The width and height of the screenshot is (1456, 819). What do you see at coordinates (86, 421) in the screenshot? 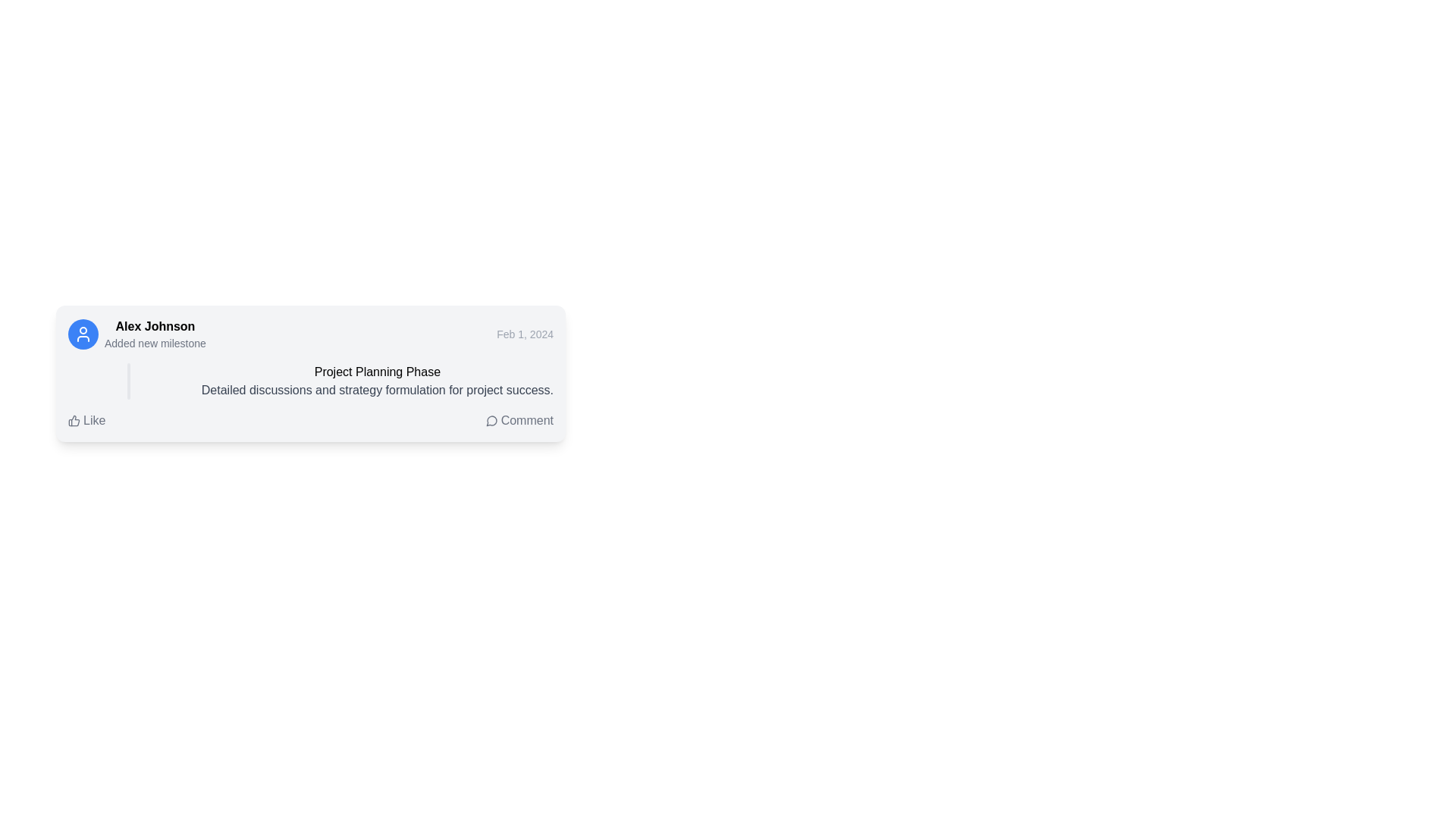
I see `the interactive 'Like' button located in the bottom left section of the card` at bounding box center [86, 421].